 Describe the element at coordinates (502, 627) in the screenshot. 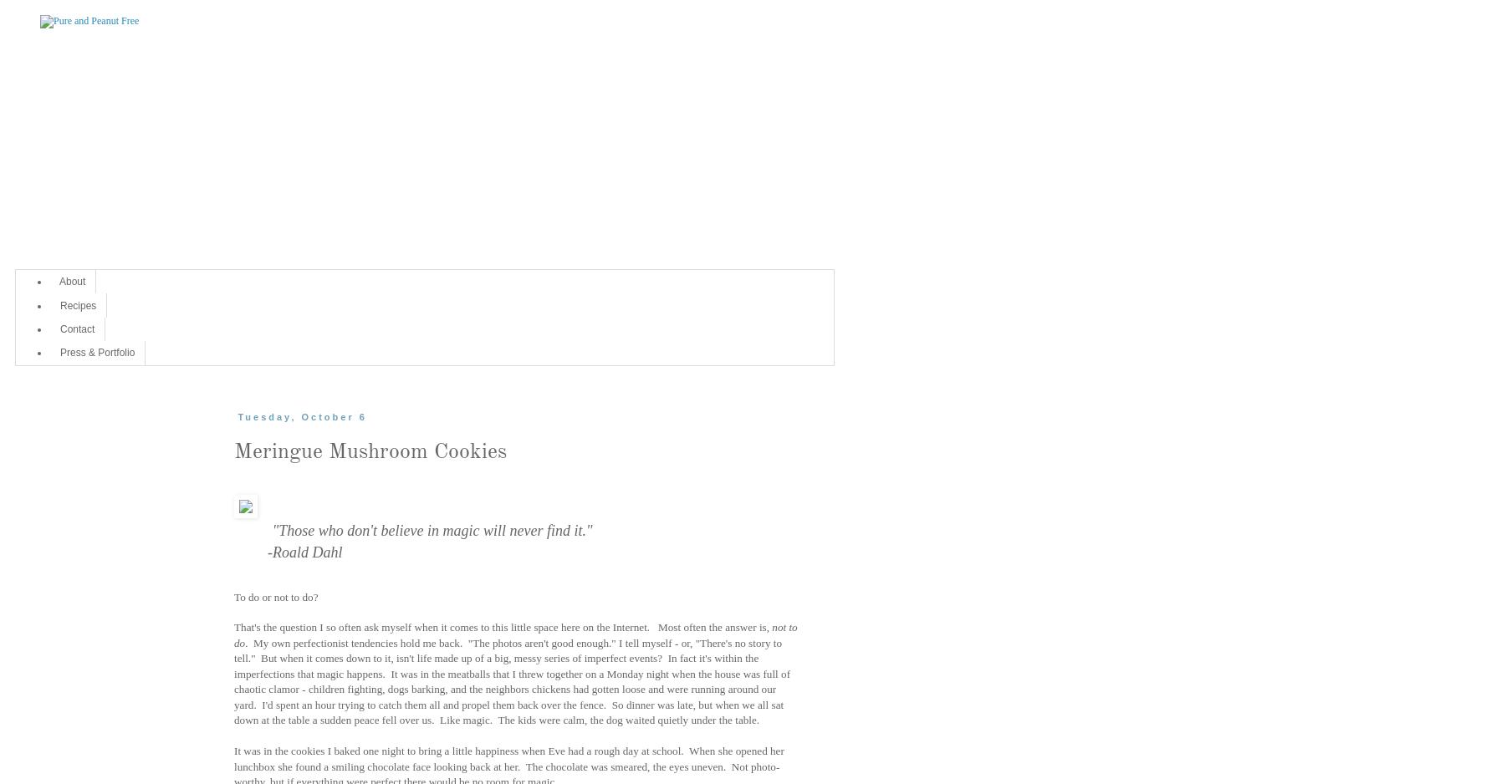

I see `'That's the question I so often ask myself when it comes to this little space here on the Internet.   Most often the answer is,'` at that location.